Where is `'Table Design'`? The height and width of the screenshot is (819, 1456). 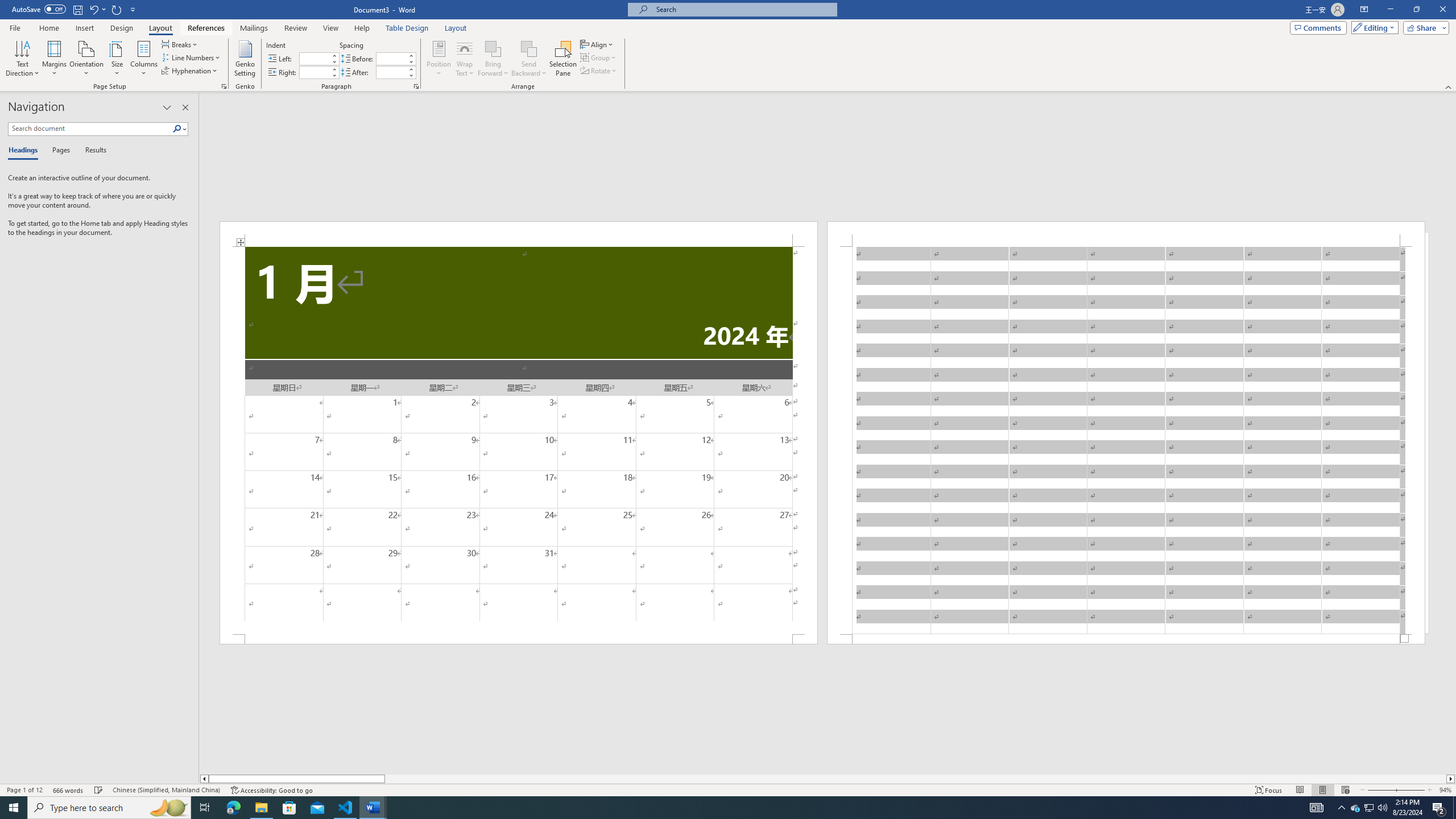
'Table Design' is located at coordinates (407, 28).